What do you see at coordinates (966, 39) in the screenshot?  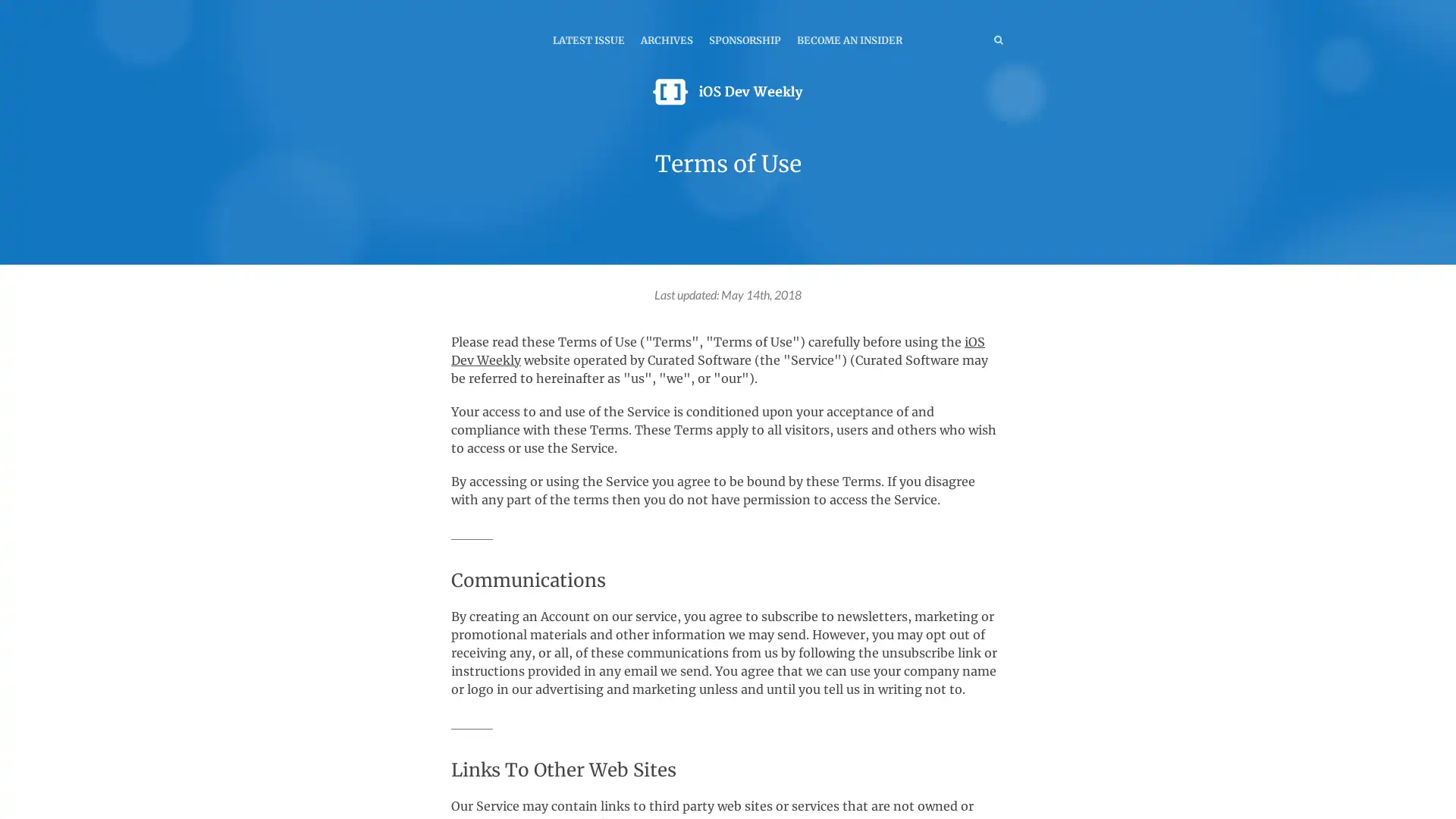 I see `SEARCH` at bounding box center [966, 39].